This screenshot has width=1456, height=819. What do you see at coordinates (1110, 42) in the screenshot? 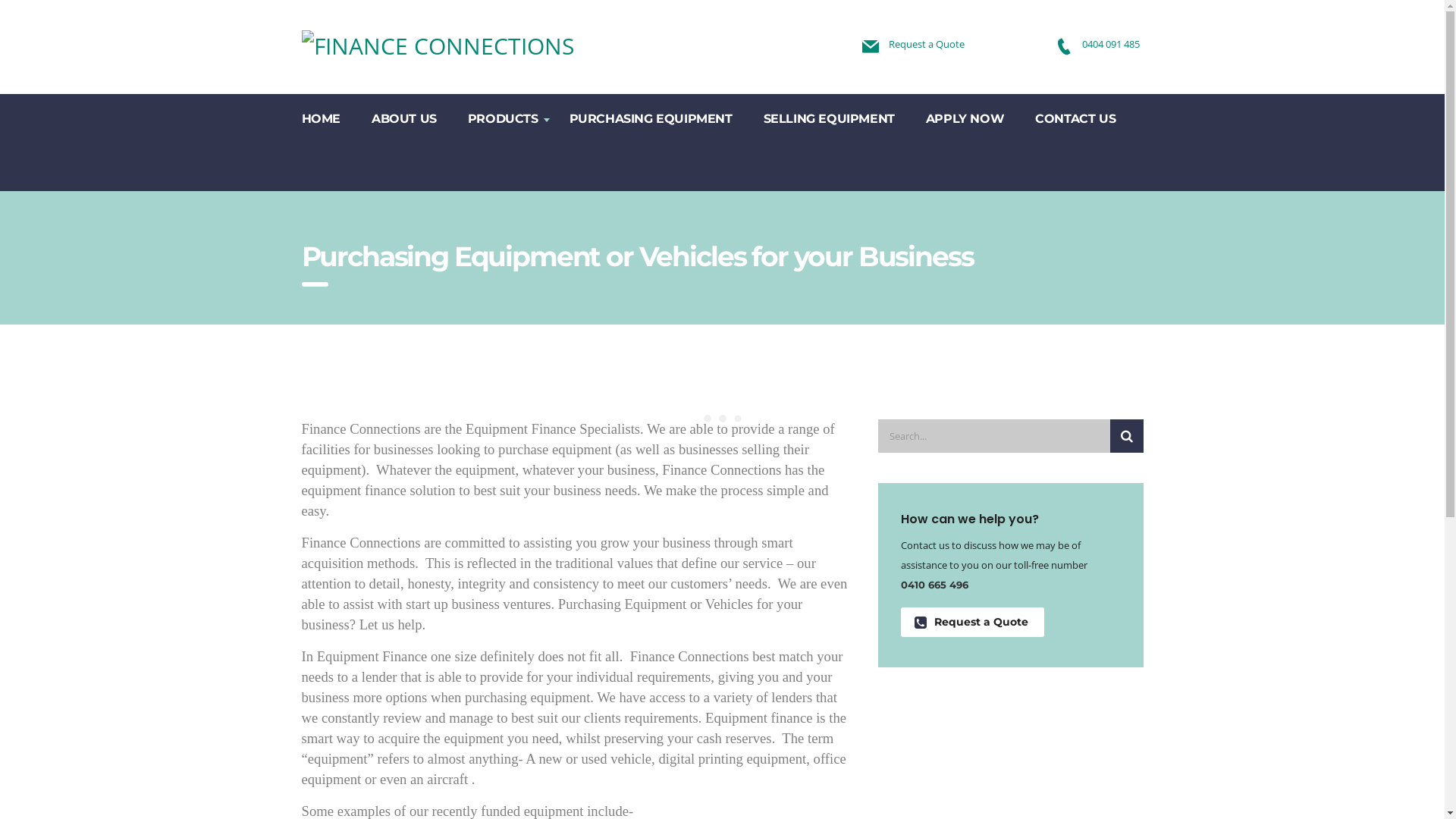
I see `'0404 091 485'` at bounding box center [1110, 42].